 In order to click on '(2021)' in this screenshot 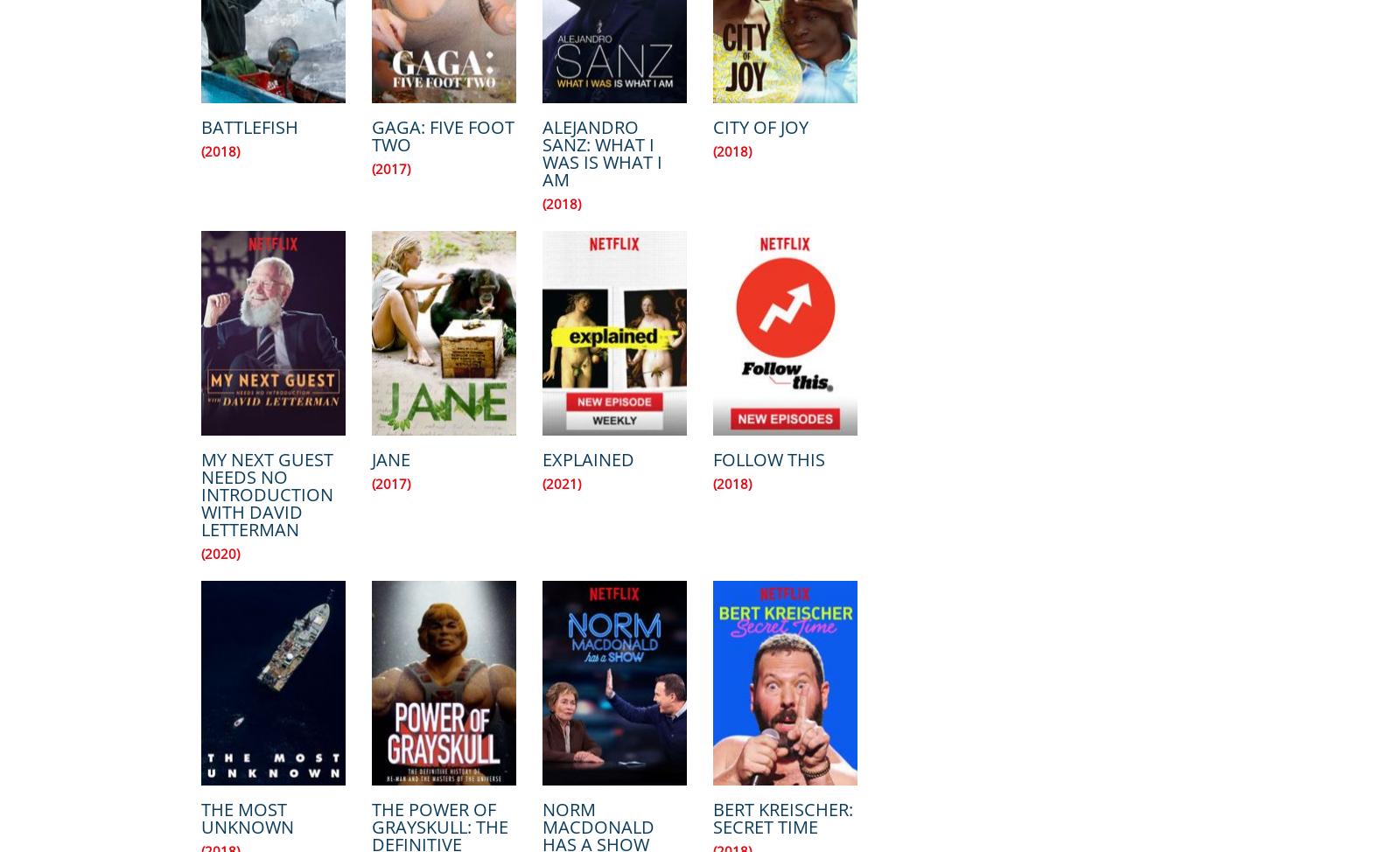, I will do `click(561, 484)`.